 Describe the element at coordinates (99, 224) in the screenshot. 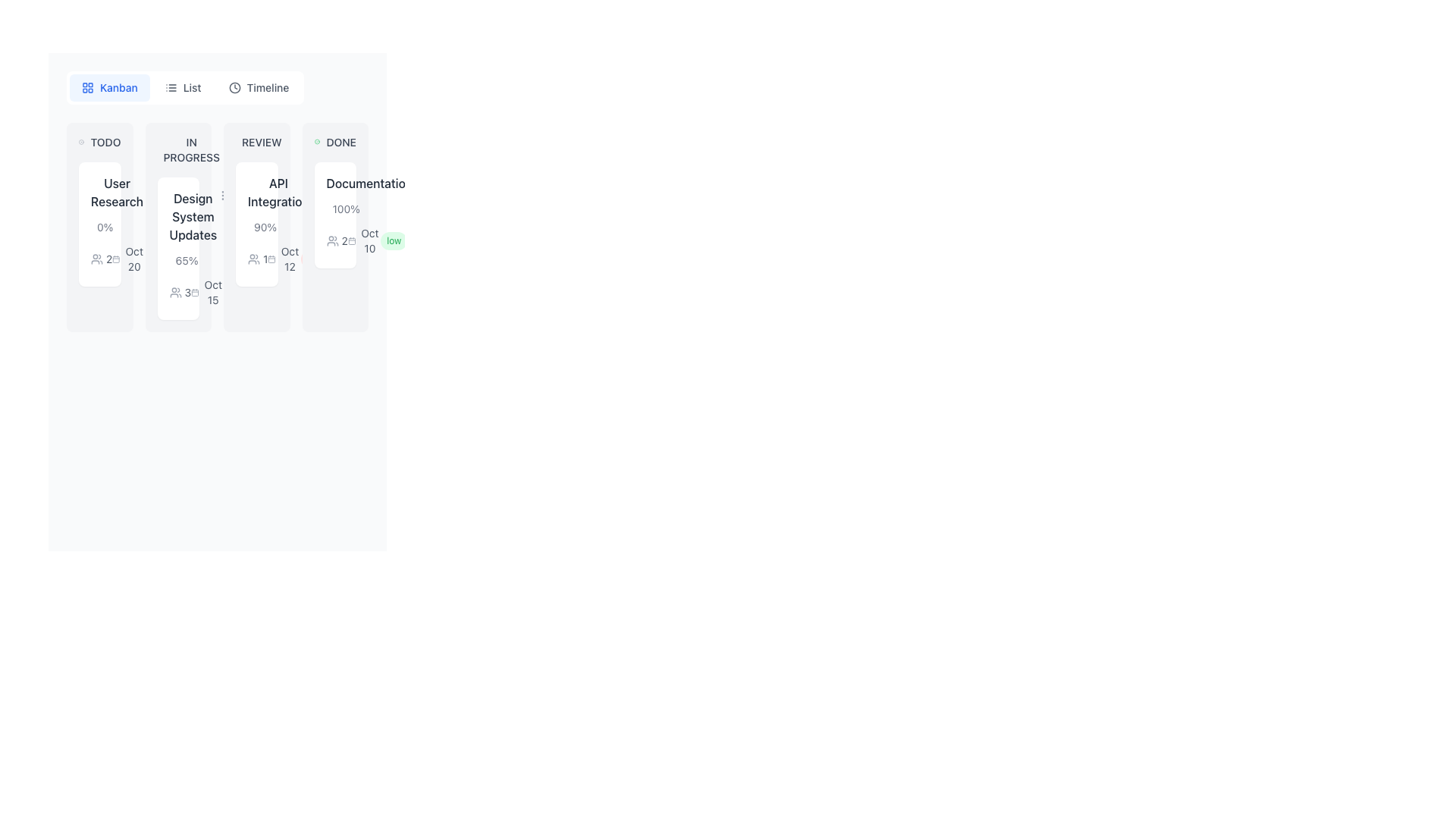

I see `the card with the title 'User Research' located under the 'TODO' column in the Kanban interface` at that location.